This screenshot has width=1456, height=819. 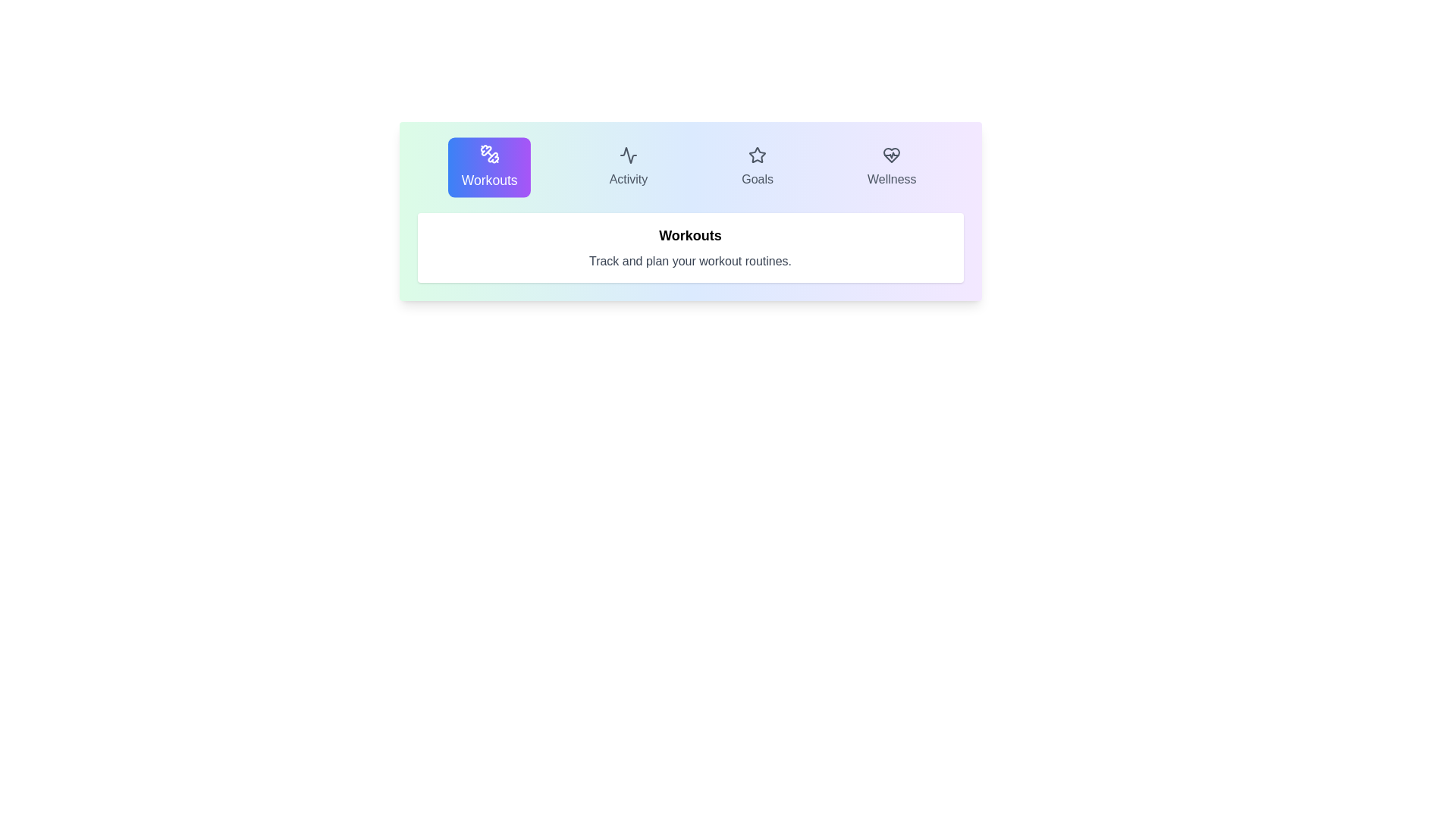 What do you see at coordinates (758, 155) in the screenshot?
I see `the star-shaped icon with a hollow center located above the 'Goals' text` at bounding box center [758, 155].